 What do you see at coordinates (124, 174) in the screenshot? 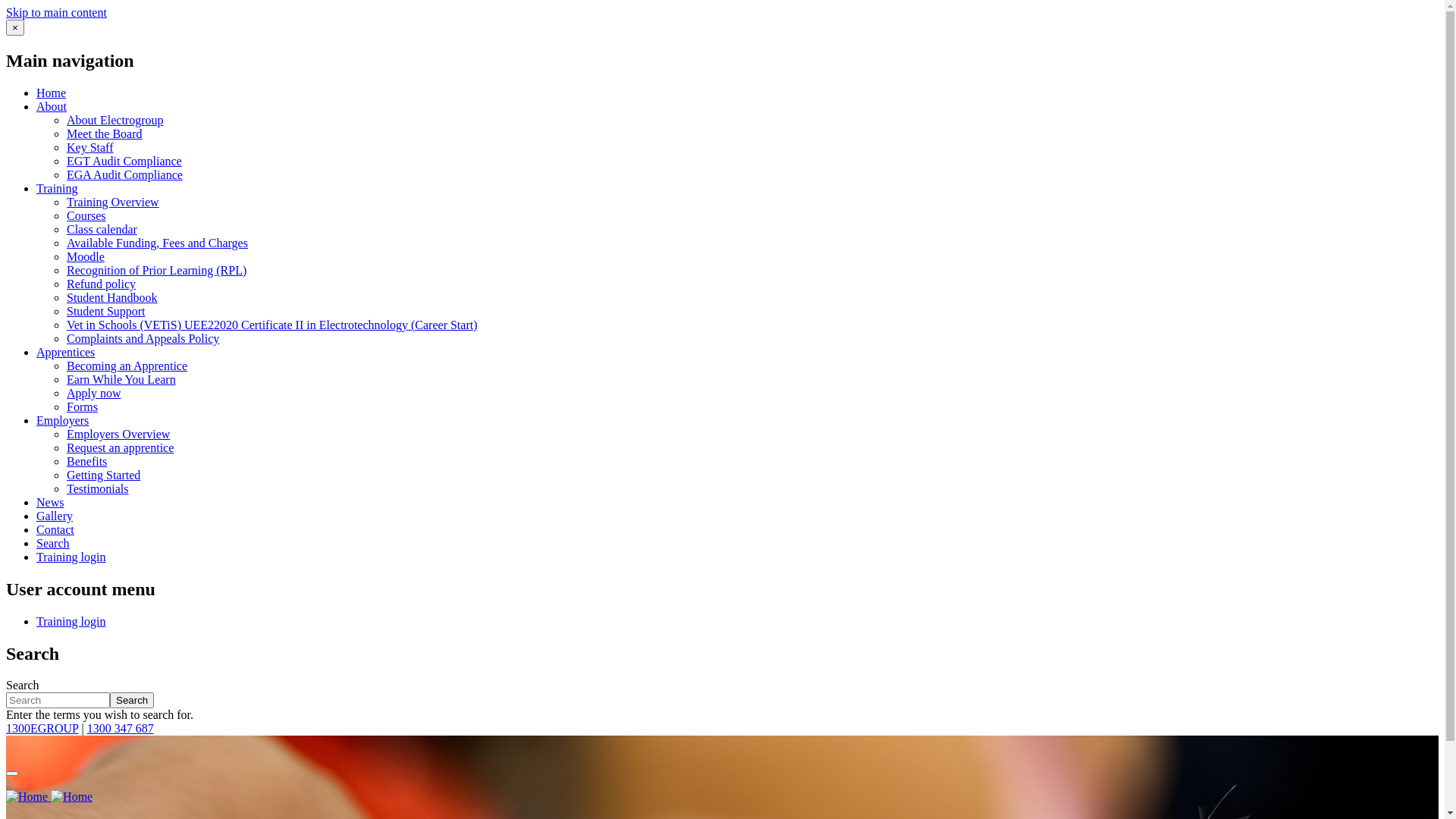
I see `'EGA Audit Compliance'` at bounding box center [124, 174].